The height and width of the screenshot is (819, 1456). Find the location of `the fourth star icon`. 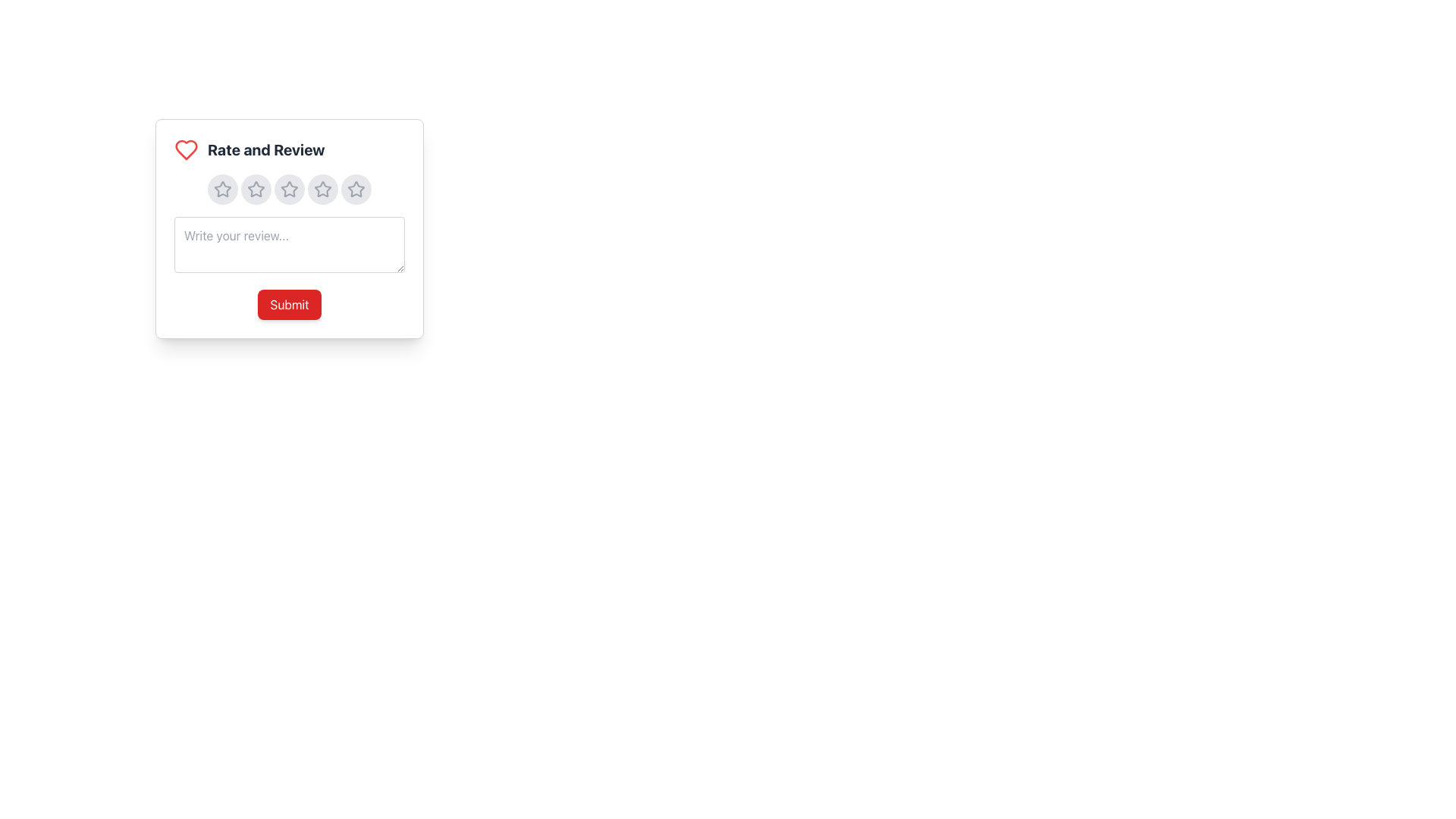

the fourth star icon is located at coordinates (322, 189).